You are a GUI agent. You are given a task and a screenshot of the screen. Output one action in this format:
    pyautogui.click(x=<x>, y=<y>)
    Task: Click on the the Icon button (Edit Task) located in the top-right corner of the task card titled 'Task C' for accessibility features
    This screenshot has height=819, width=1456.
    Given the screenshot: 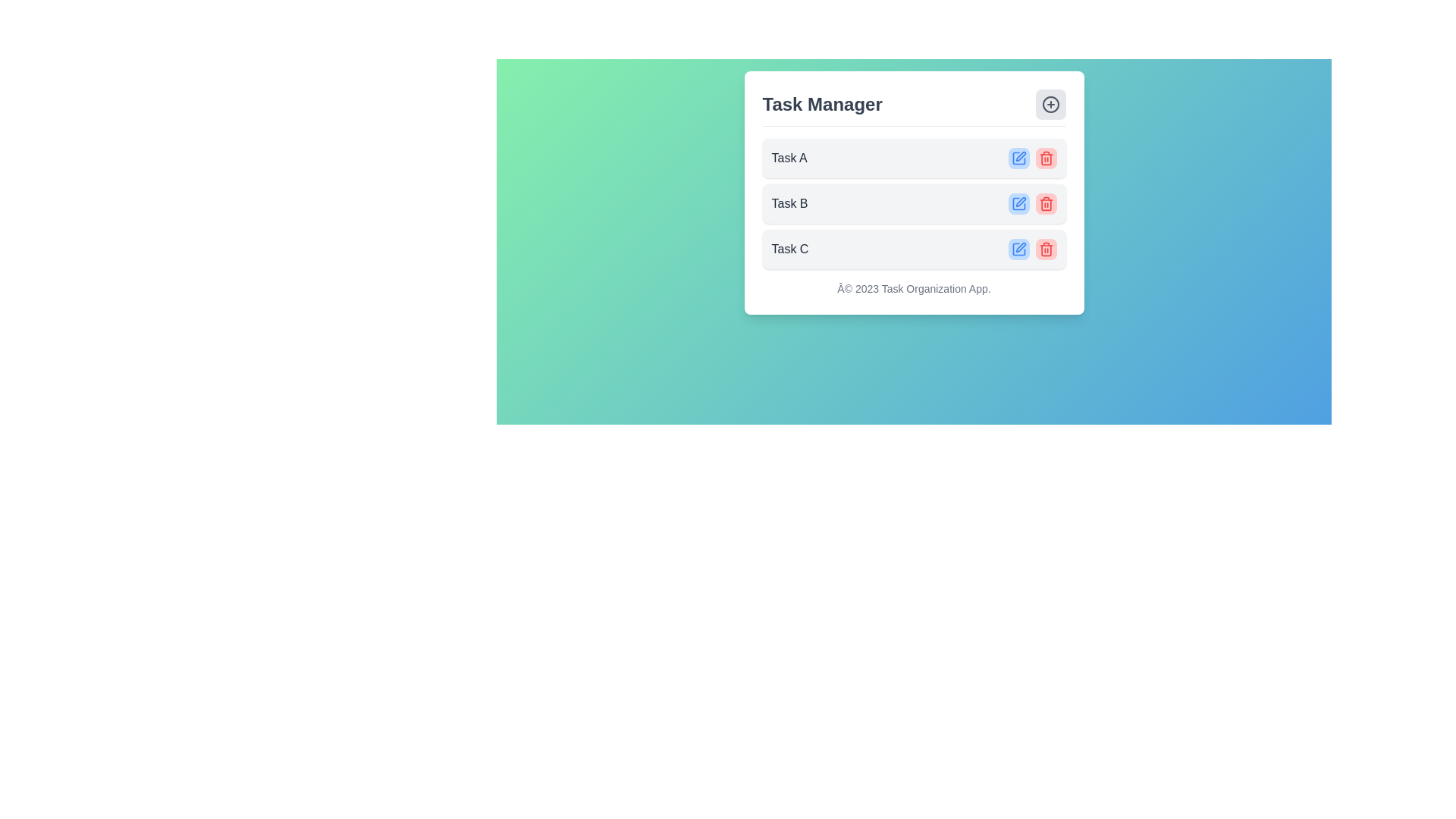 What is the action you would take?
    pyautogui.click(x=1020, y=246)
    